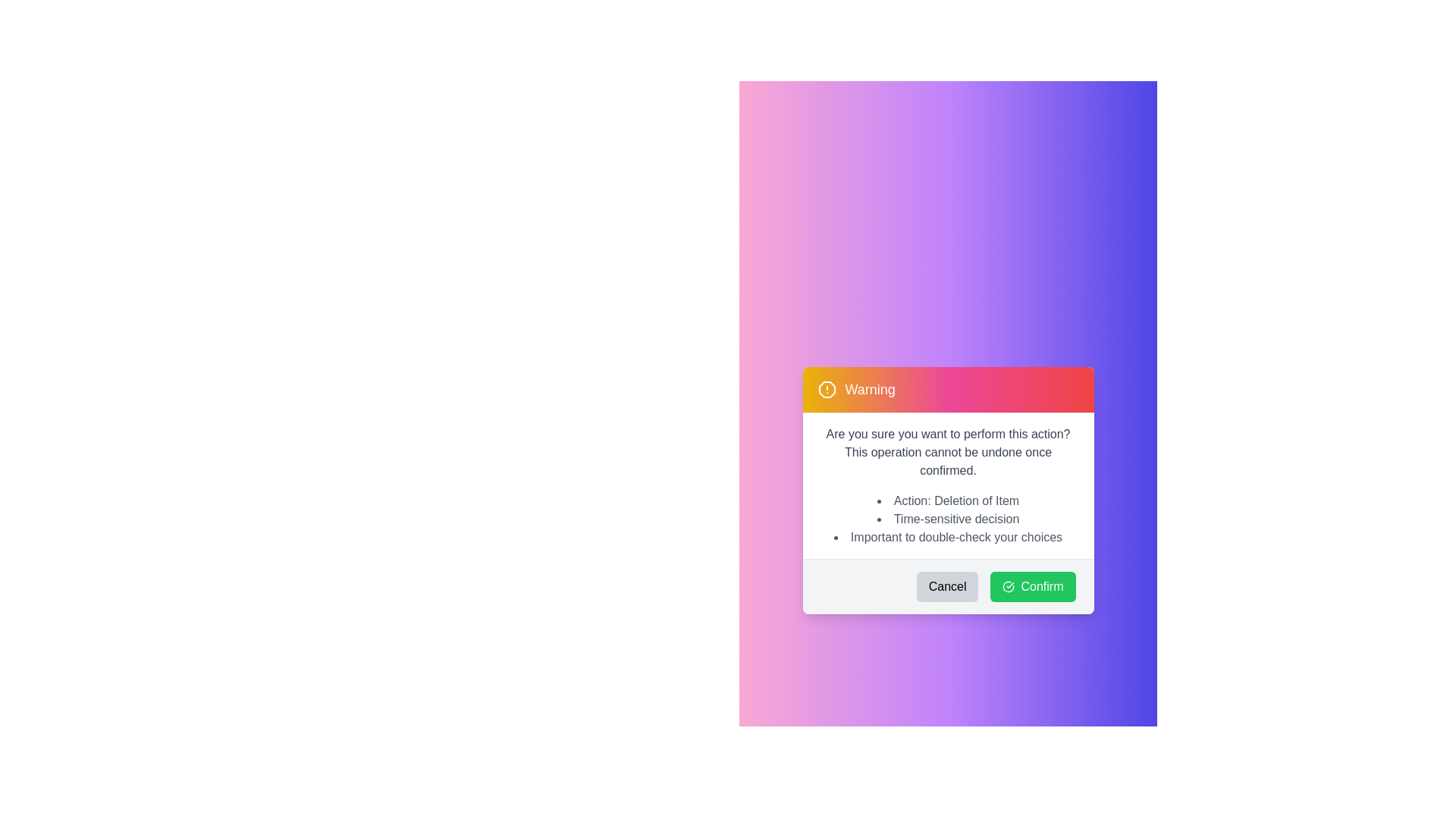  What do you see at coordinates (947, 519) in the screenshot?
I see `the static text label that reads 'Time-sensitive decision', which is the second item in a bulleted list within a confirmation dialog box` at bounding box center [947, 519].